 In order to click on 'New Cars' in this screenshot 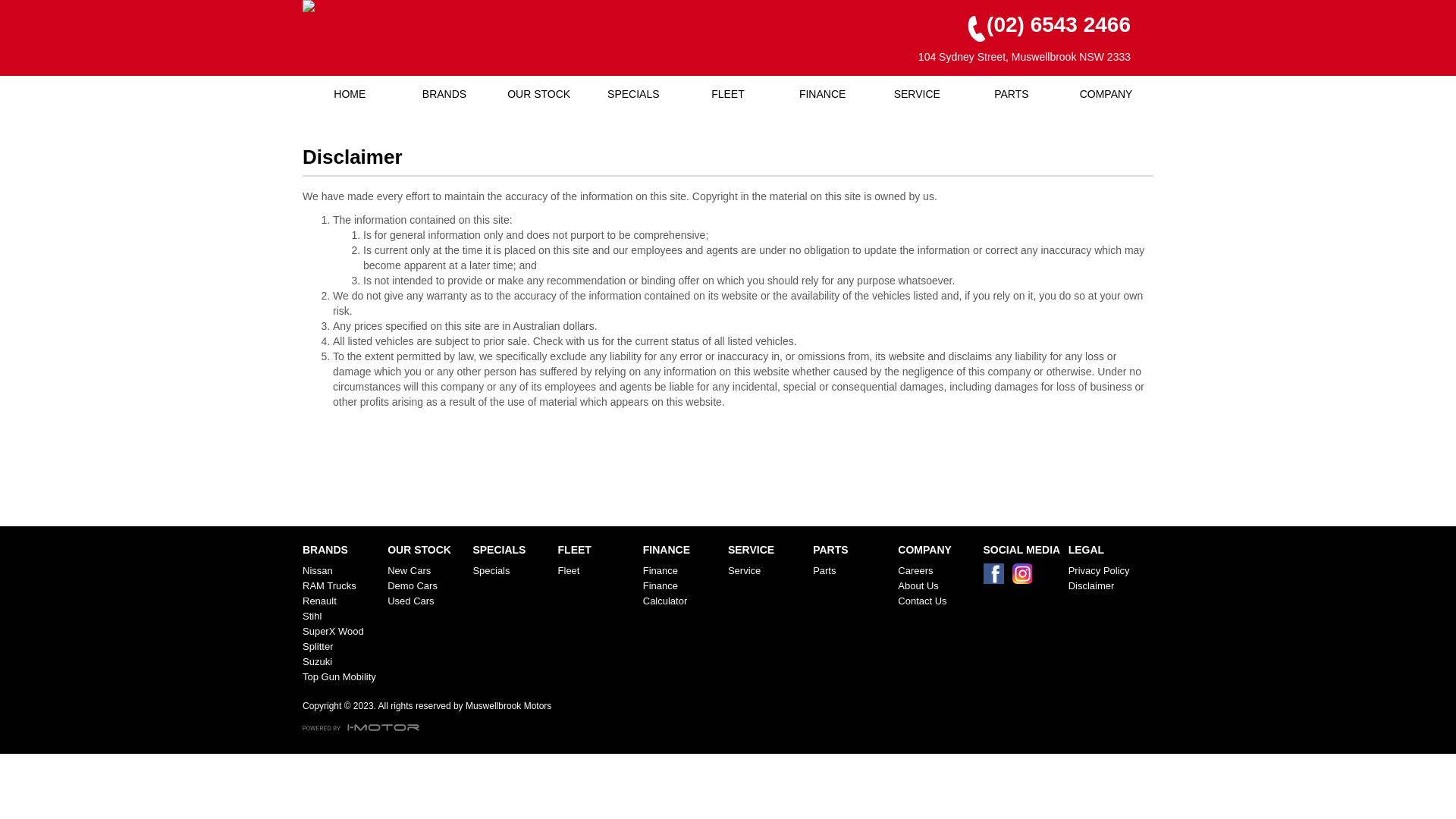, I will do `click(425, 570)`.